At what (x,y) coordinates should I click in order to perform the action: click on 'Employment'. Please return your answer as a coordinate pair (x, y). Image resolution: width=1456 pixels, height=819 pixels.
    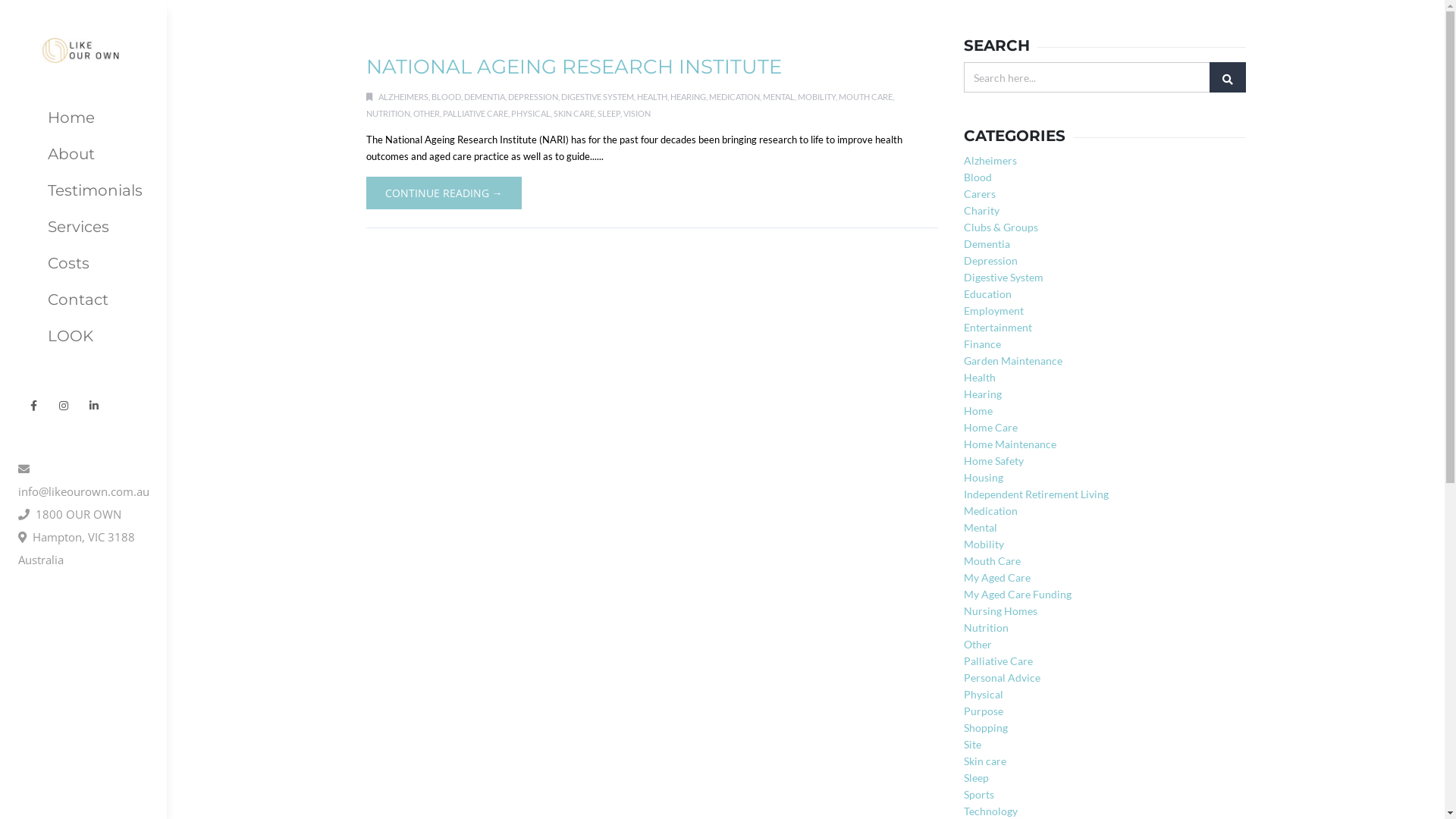
    Looking at the image, I should click on (993, 309).